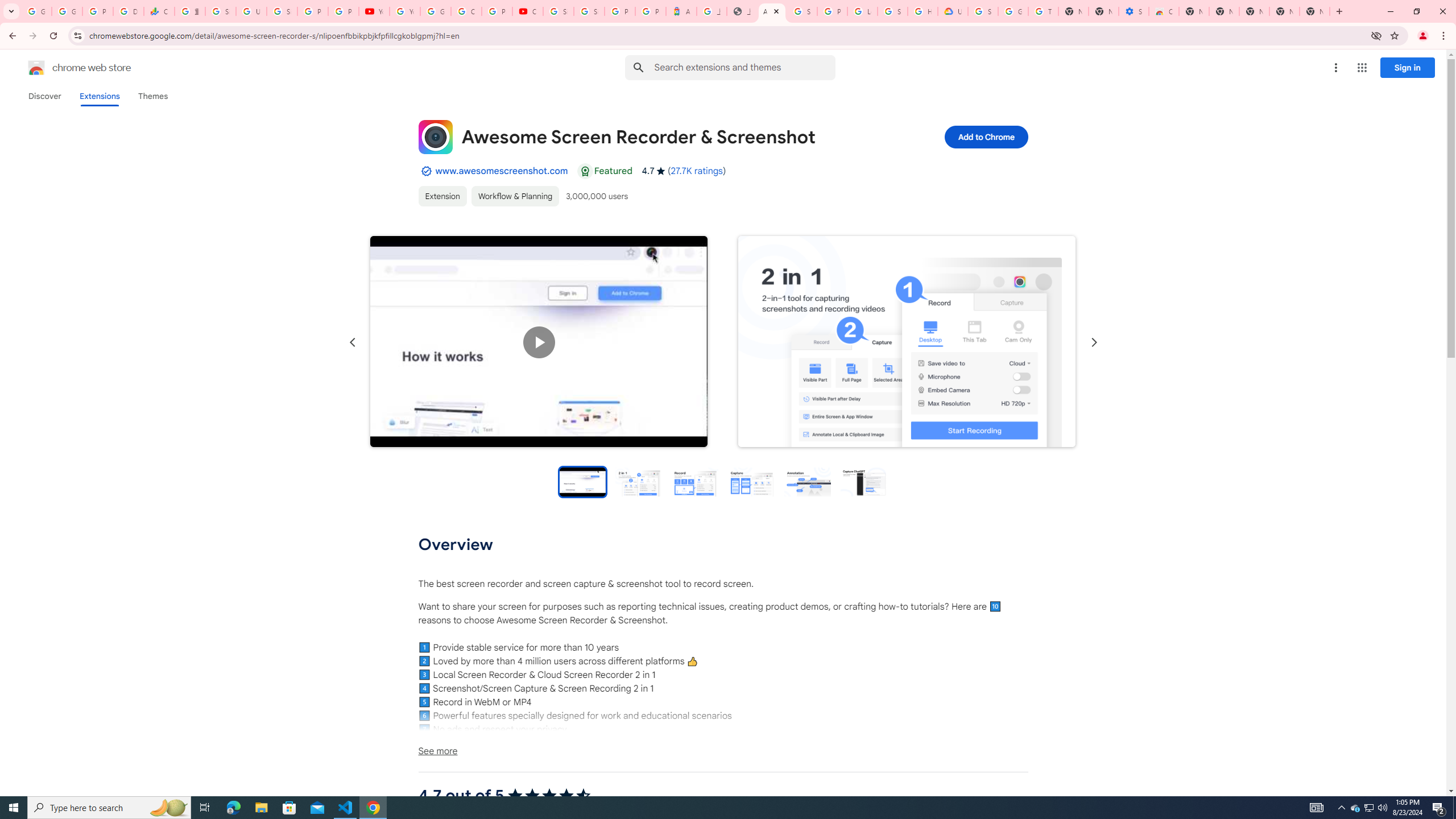 This screenshot has width=1456, height=819. What do you see at coordinates (100, 96) in the screenshot?
I see `'Extensions'` at bounding box center [100, 96].